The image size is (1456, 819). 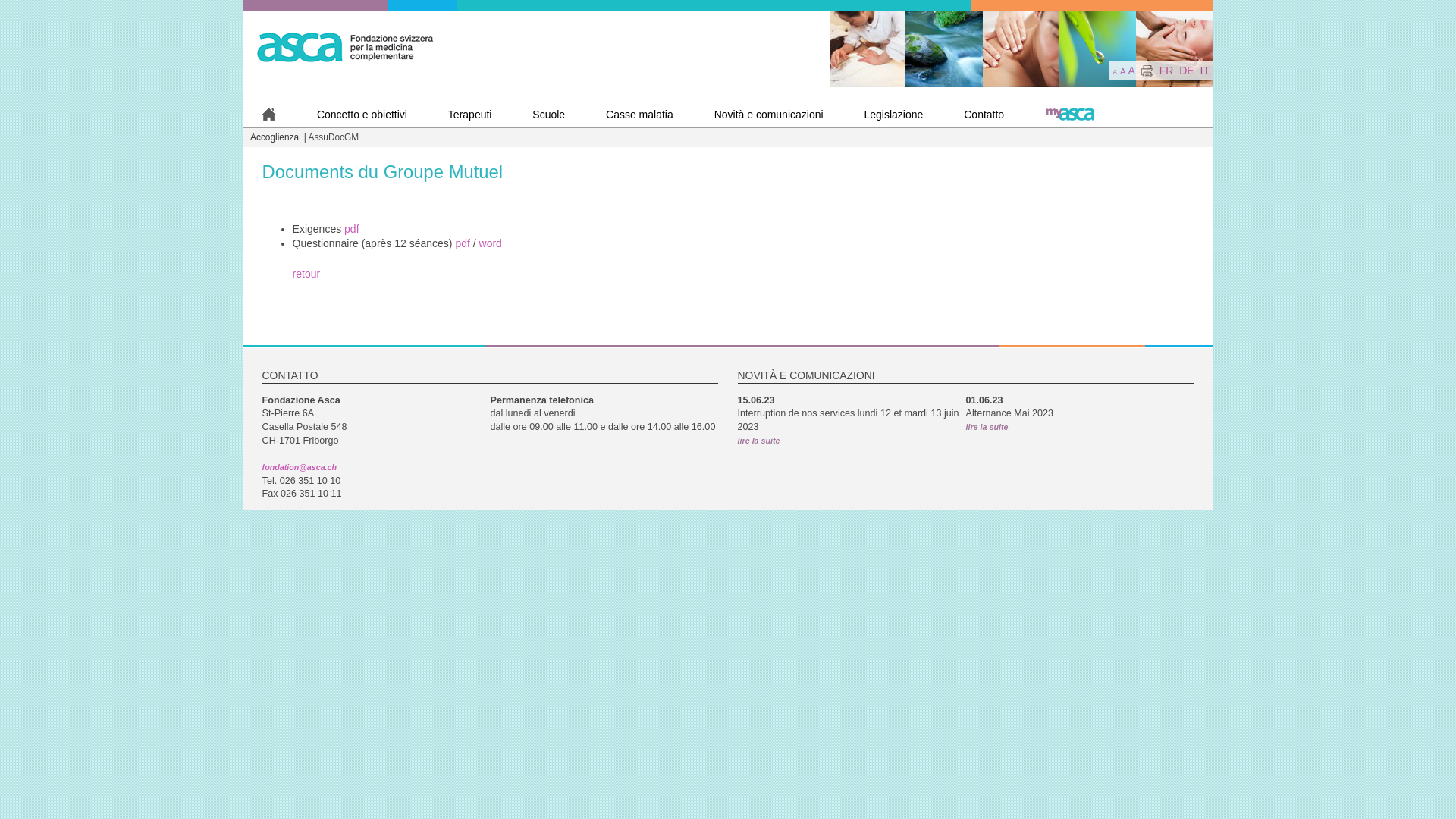 What do you see at coordinates (548, 114) in the screenshot?
I see `'Scuole'` at bounding box center [548, 114].